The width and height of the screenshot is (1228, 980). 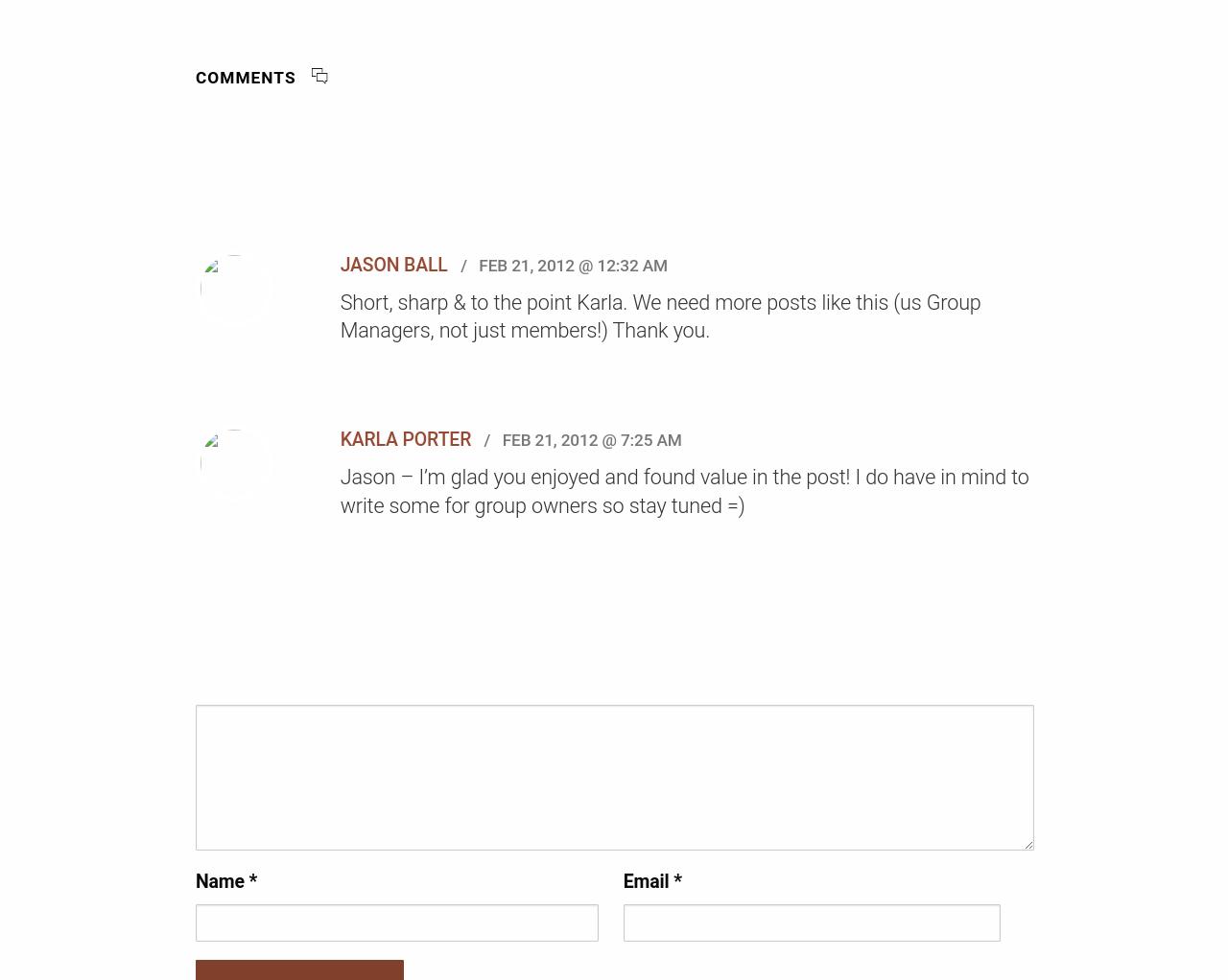 I want to click on 'Short, sharp & to the point Karla. We need more posts like this (us Group Managers, not just members!) Thank you.', so click(x=340, y=315).